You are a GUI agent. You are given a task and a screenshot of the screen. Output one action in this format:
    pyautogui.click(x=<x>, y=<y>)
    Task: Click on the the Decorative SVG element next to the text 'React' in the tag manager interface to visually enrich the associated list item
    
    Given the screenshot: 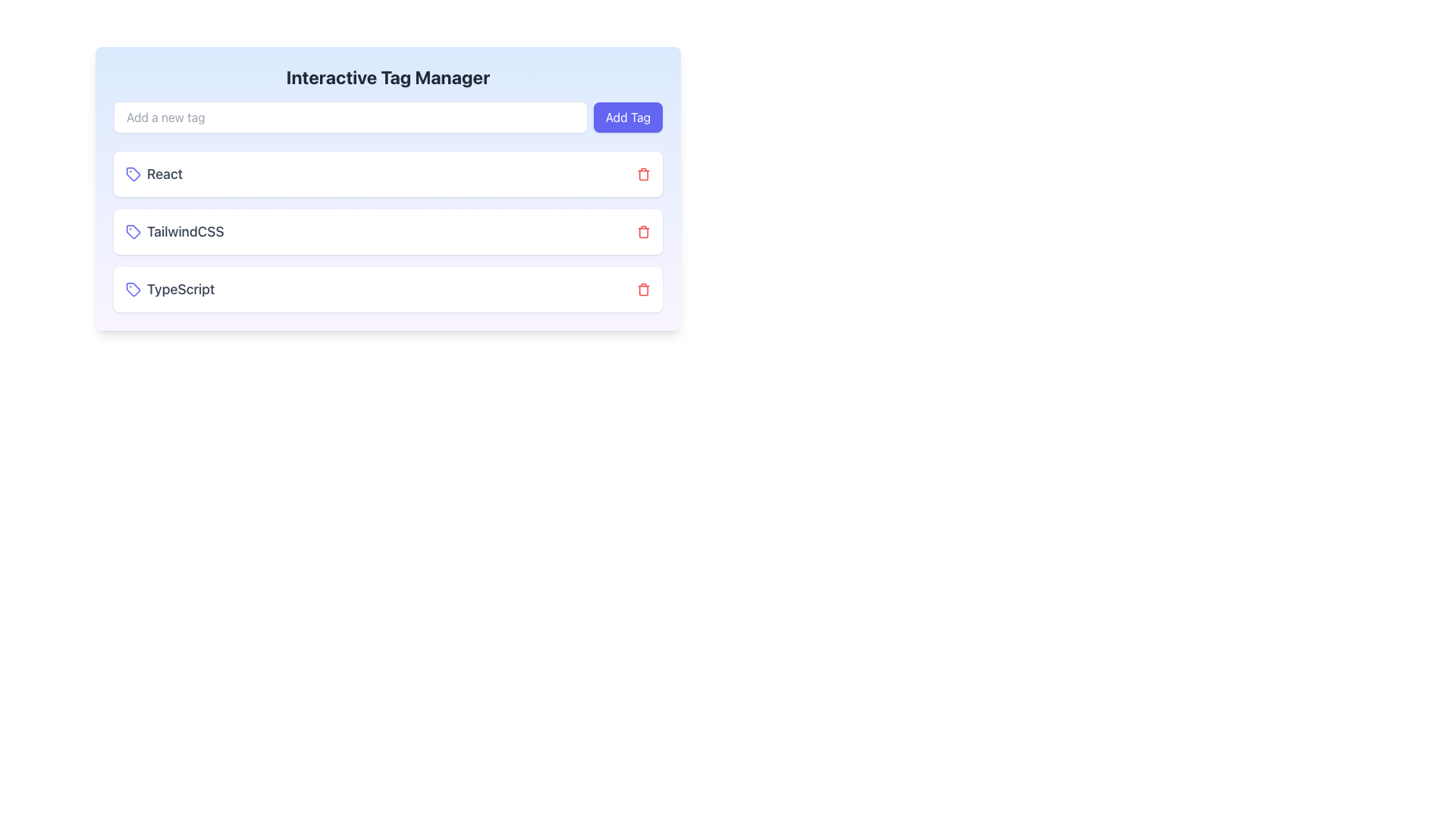 What is the action you would take?
    pyautogui.click(x=133, y=174)
    